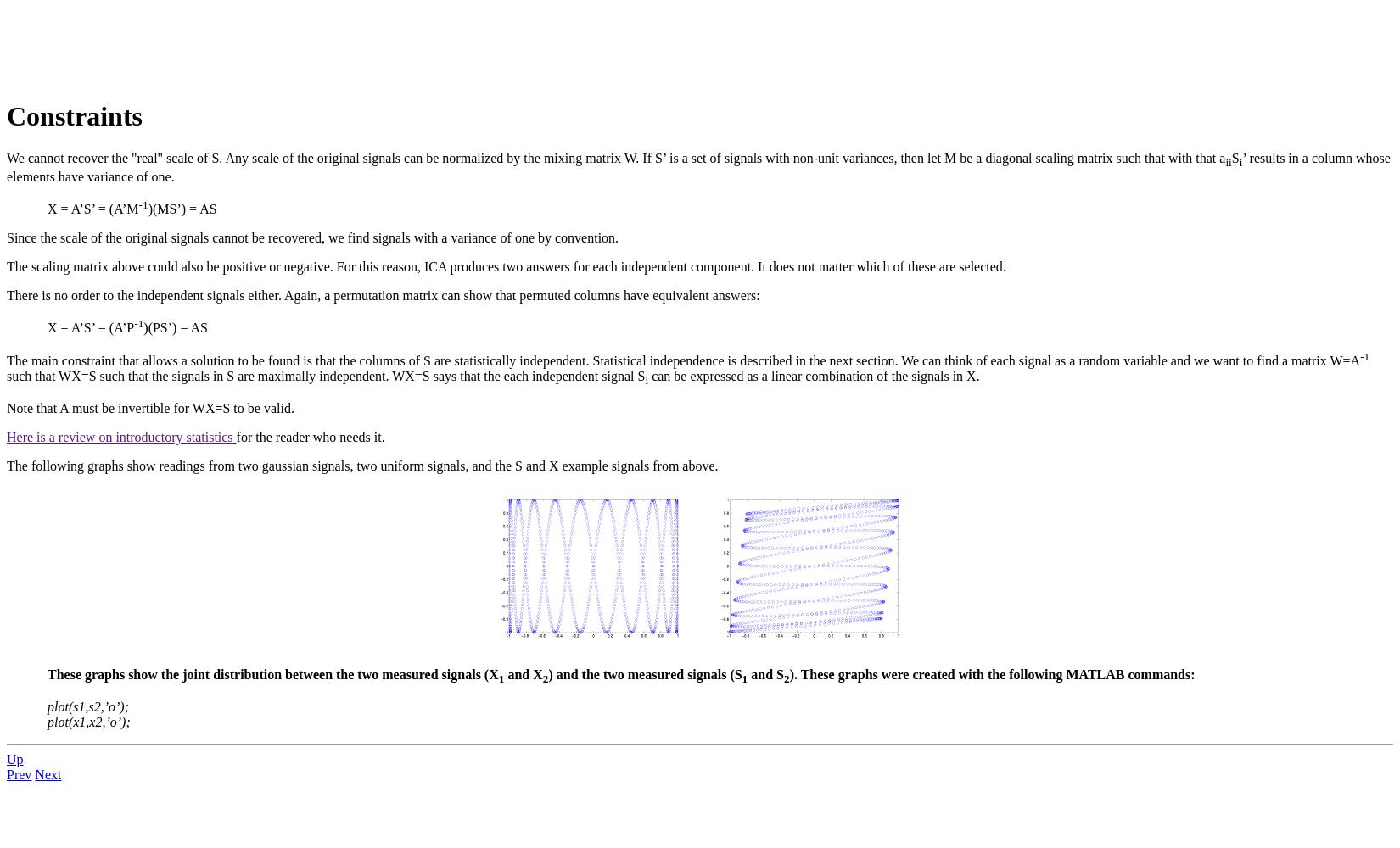  Describe the element at coordinates (87, 706) in the screenshot. I see `'plot(s1,s2,’o’);'` at that location.